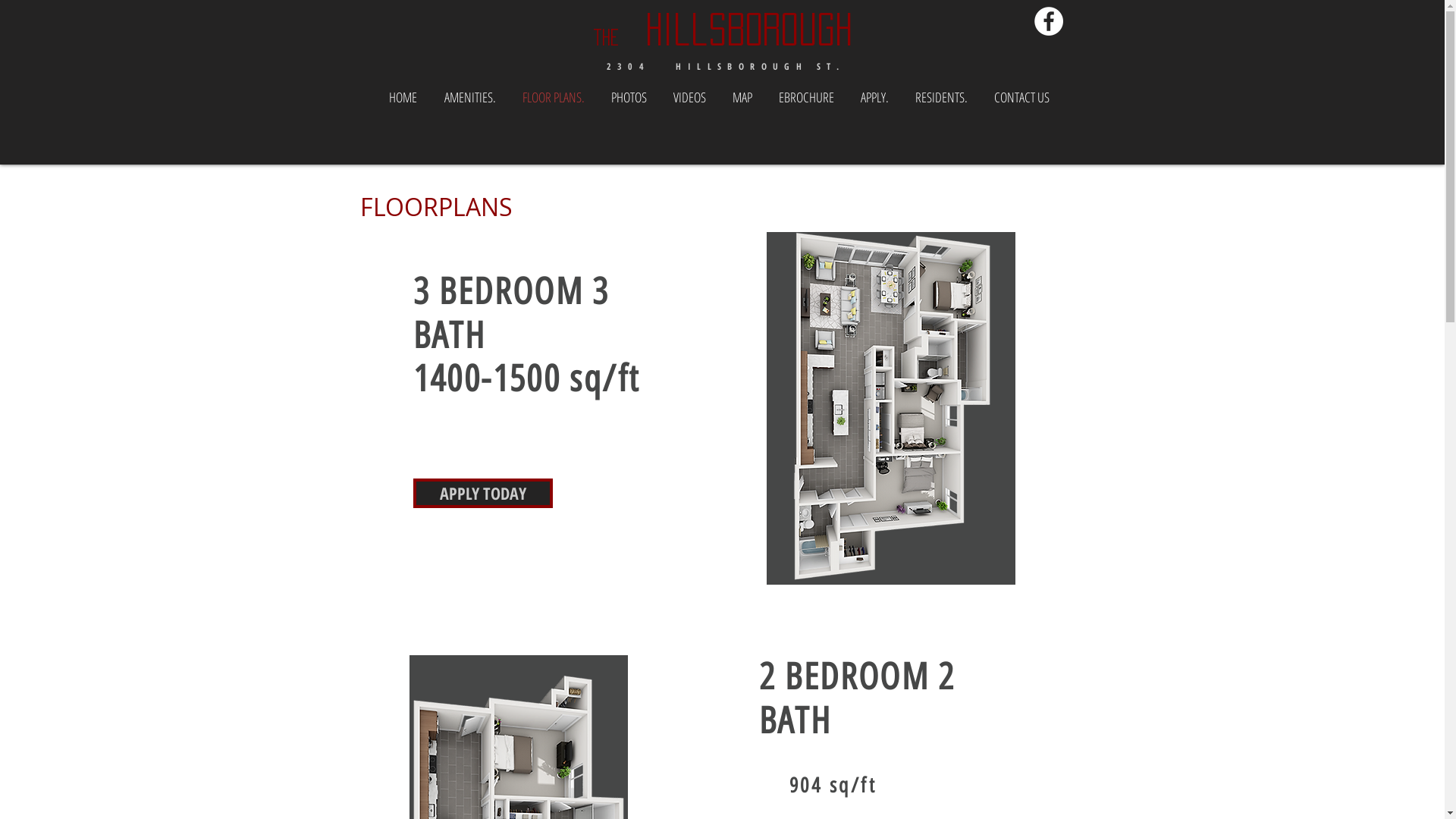  Describe the element at coordinates (688, 96) in the screenshot. I see `'VIDEOS'` at that location.